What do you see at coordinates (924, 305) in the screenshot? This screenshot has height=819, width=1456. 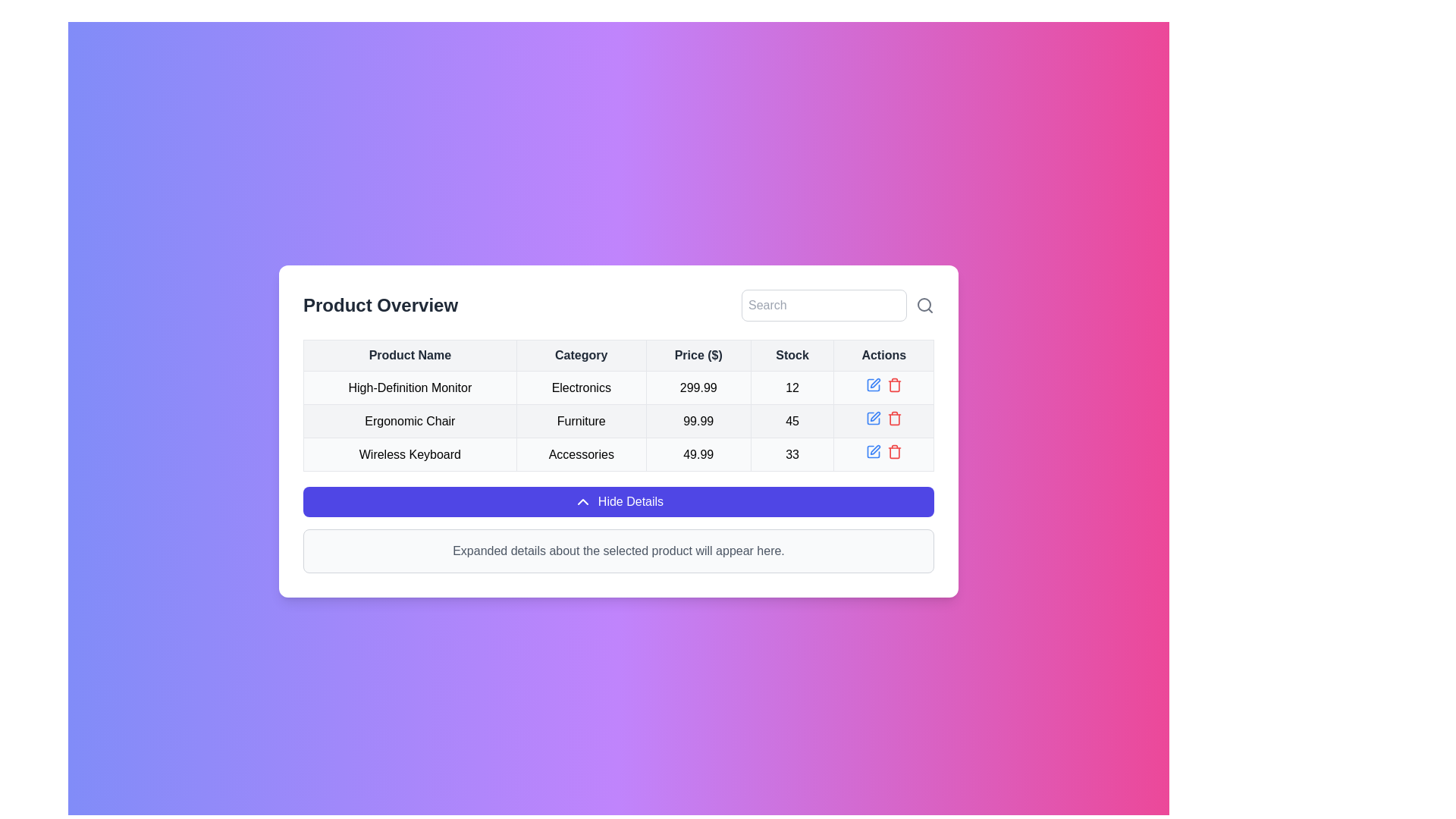 I see `the minimalist gray magnifying glass icon located at the far right of the UI, next to the text input field` at bounding box center [924, 305].